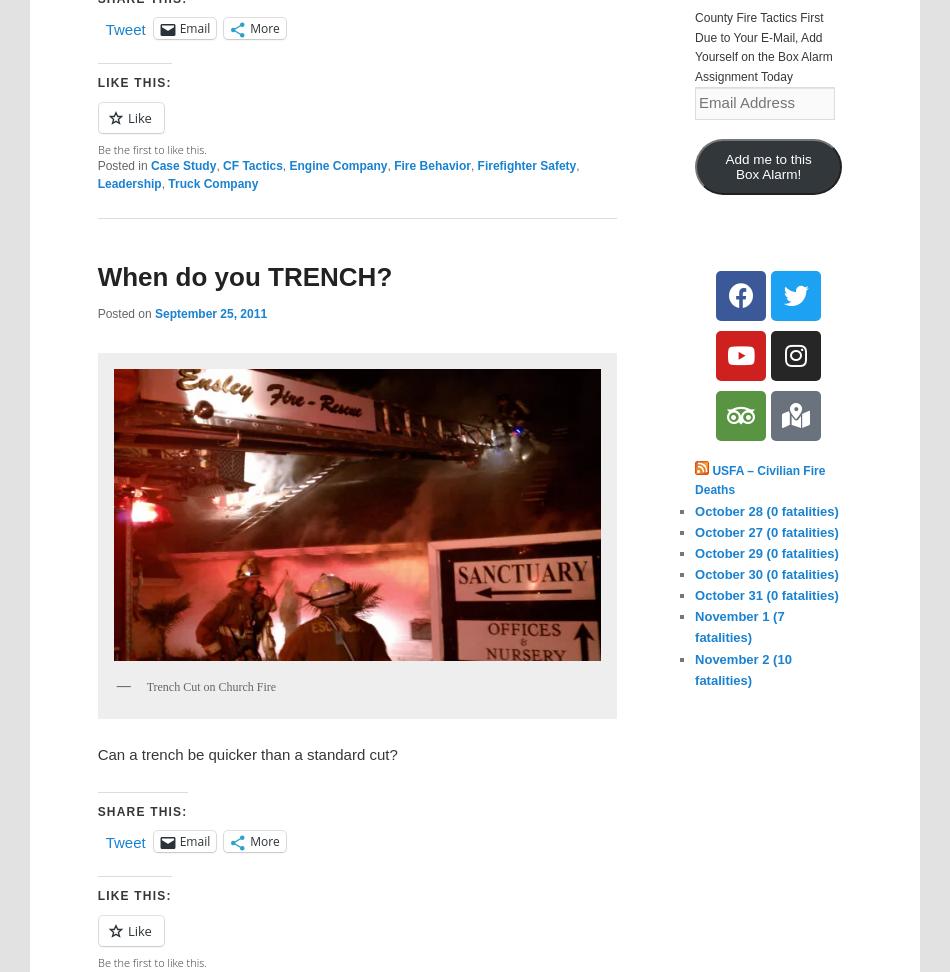  What do you see at coordinates (695, 668) in the screenshot?
I see `'November 2 (10 fatalities)'` at bounding box center [695, 668].